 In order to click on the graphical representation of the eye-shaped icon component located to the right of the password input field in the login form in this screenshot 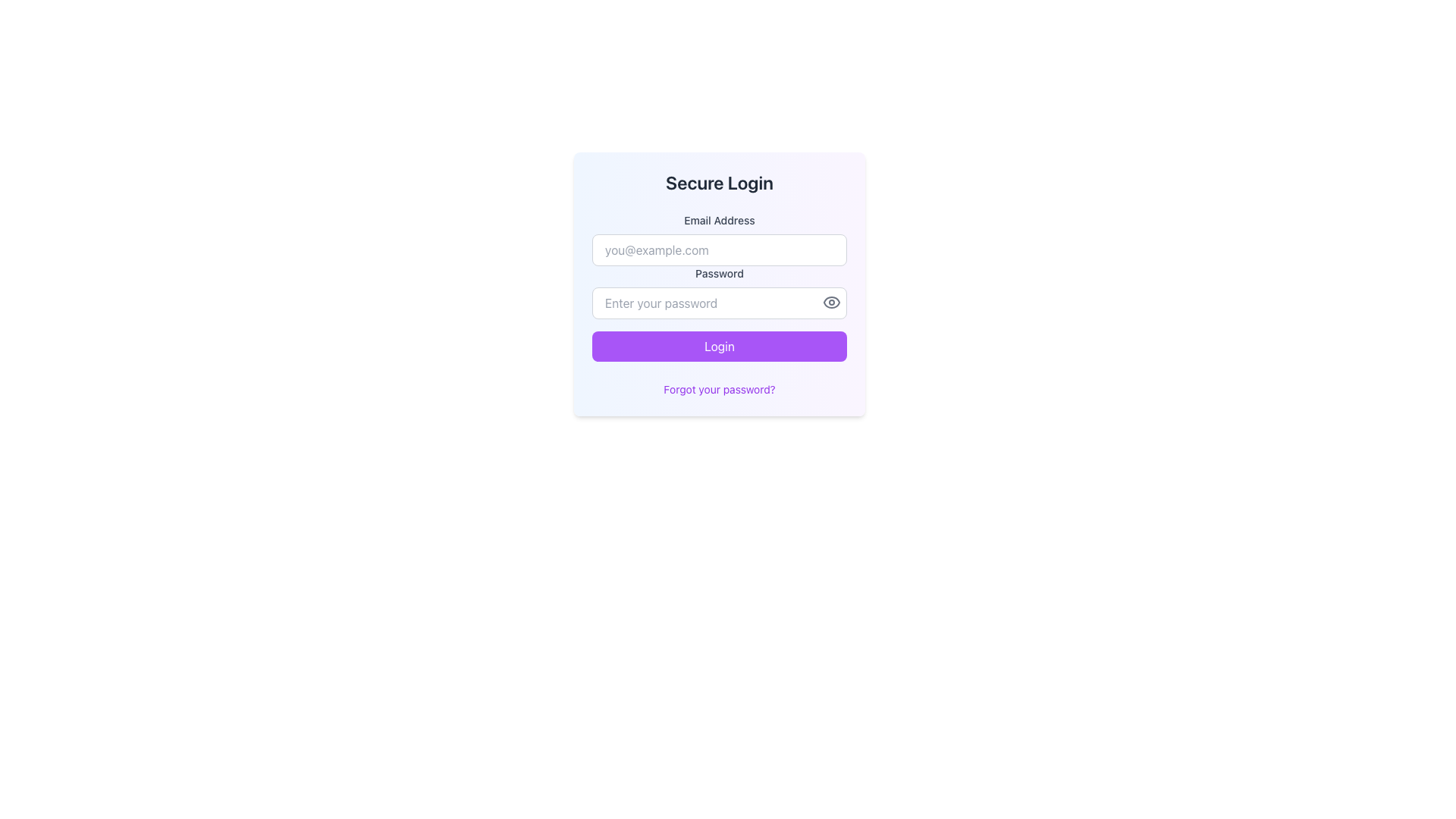, I will do `click(831, 302)`.